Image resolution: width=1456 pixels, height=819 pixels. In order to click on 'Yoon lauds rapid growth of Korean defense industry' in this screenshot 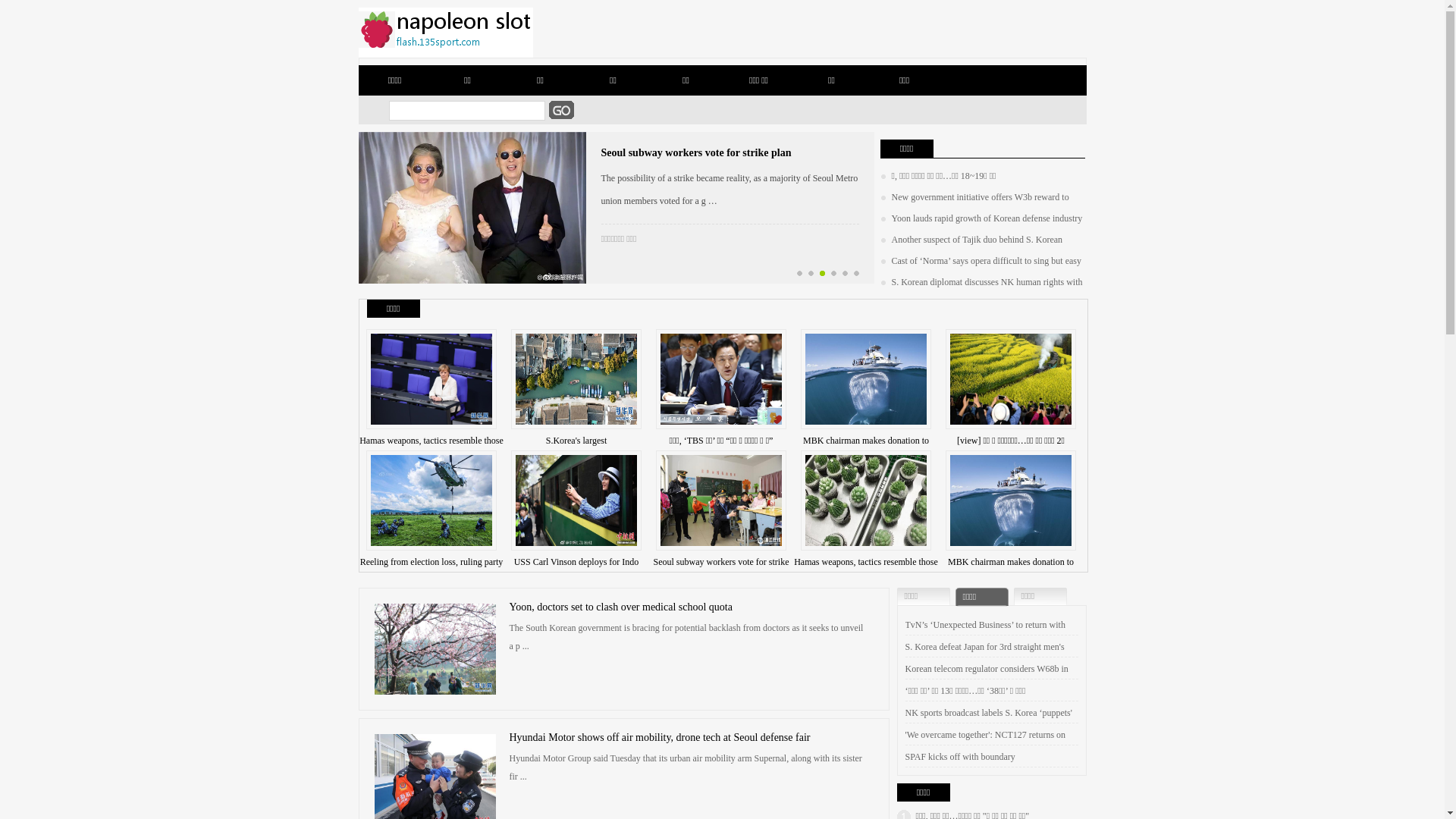, I will do `click(981, 218)`.